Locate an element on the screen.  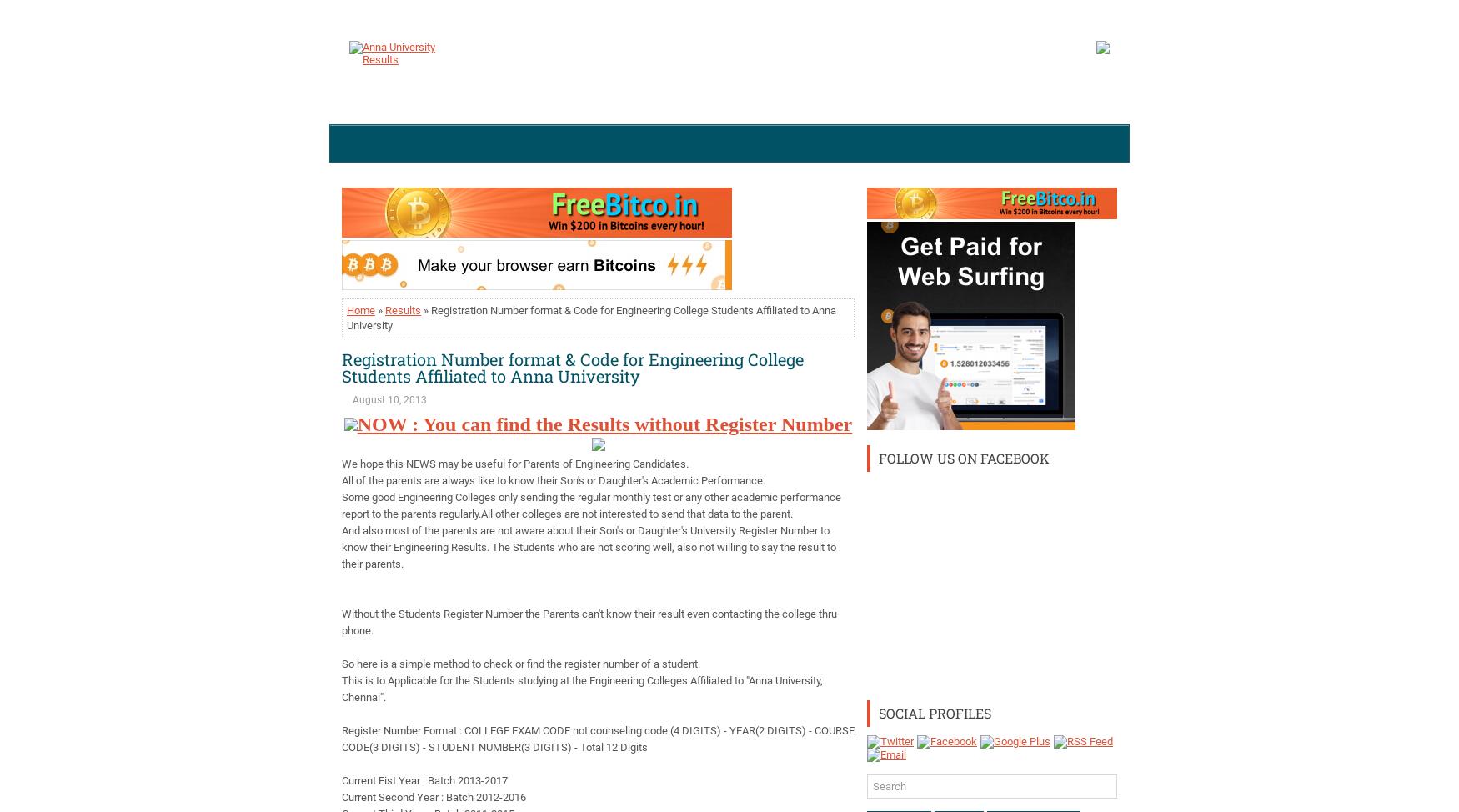
'This is to Applicable for the Students studying at the Engineering Colleges Affiliated to "Anna University, Chennai".' is located at coordinates (341, 689).